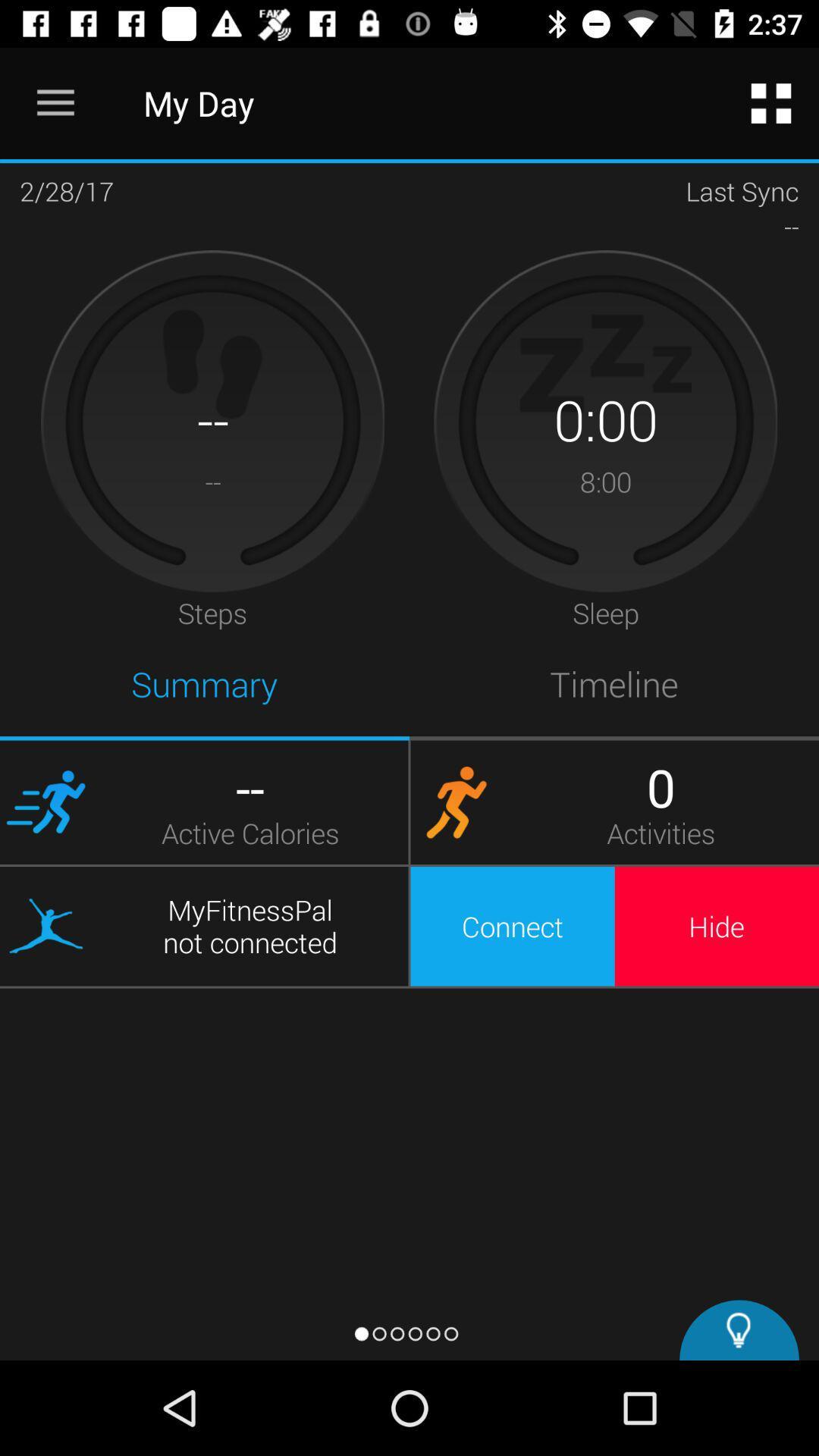 This screenshot has height=1456, width=819. What do you see at coordinates (717, 925) in the screenshot?
I see `the hide` at bounding box center [717, 925].